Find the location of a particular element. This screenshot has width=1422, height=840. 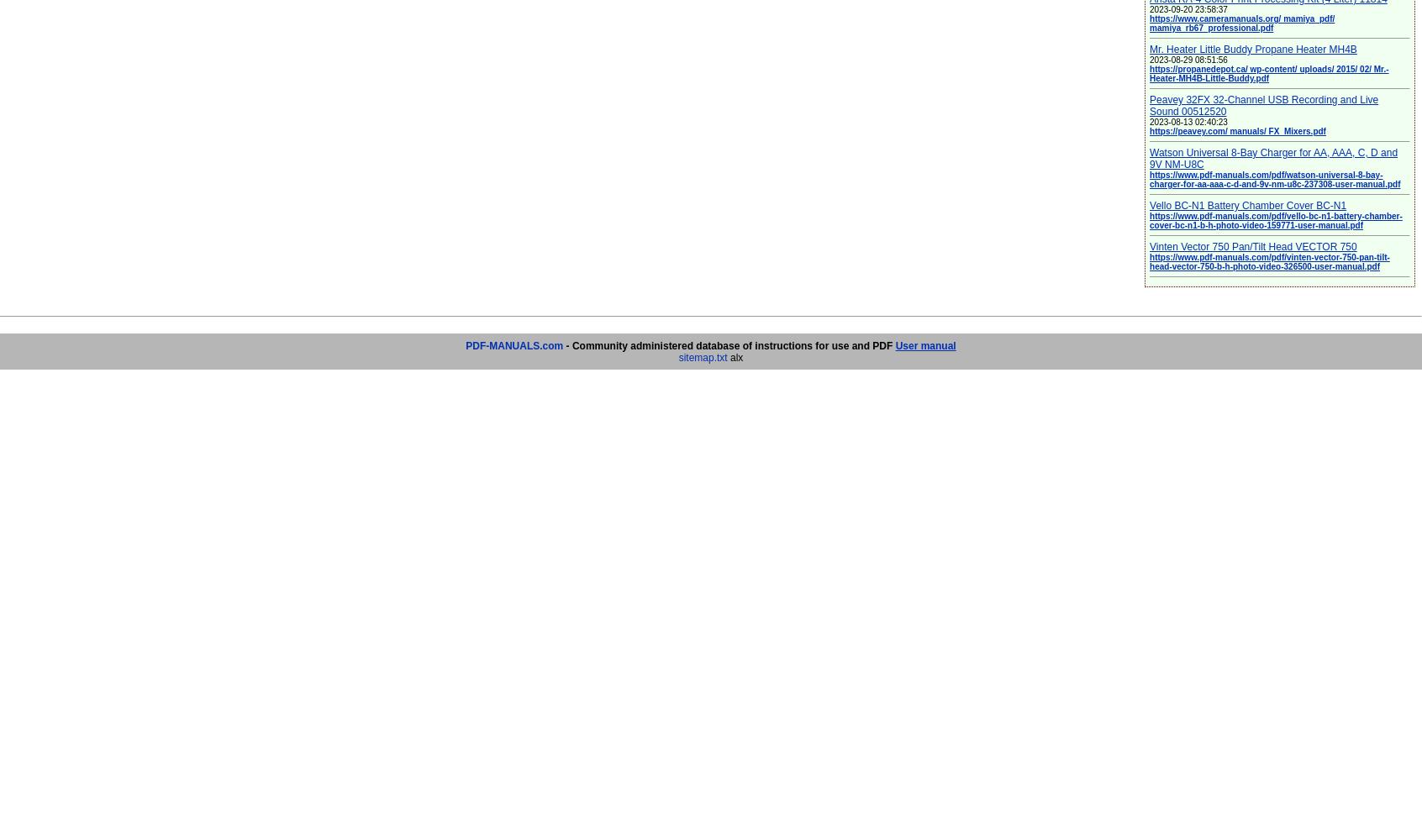

'2023-08-29 08:51:56' is located at coordinates (1188, 59).